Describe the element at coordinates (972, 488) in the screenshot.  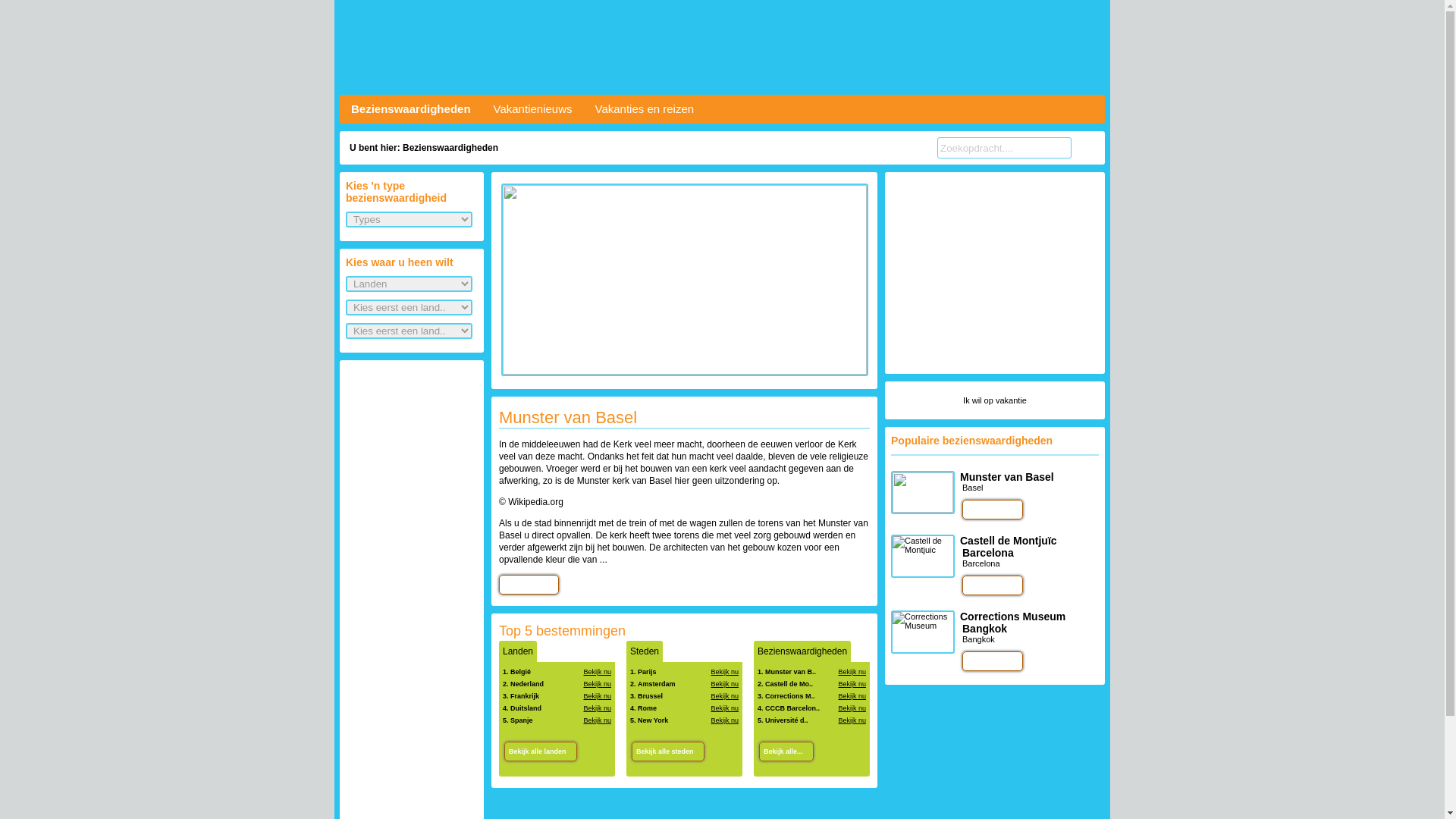
I see `'Basel'` at that location.